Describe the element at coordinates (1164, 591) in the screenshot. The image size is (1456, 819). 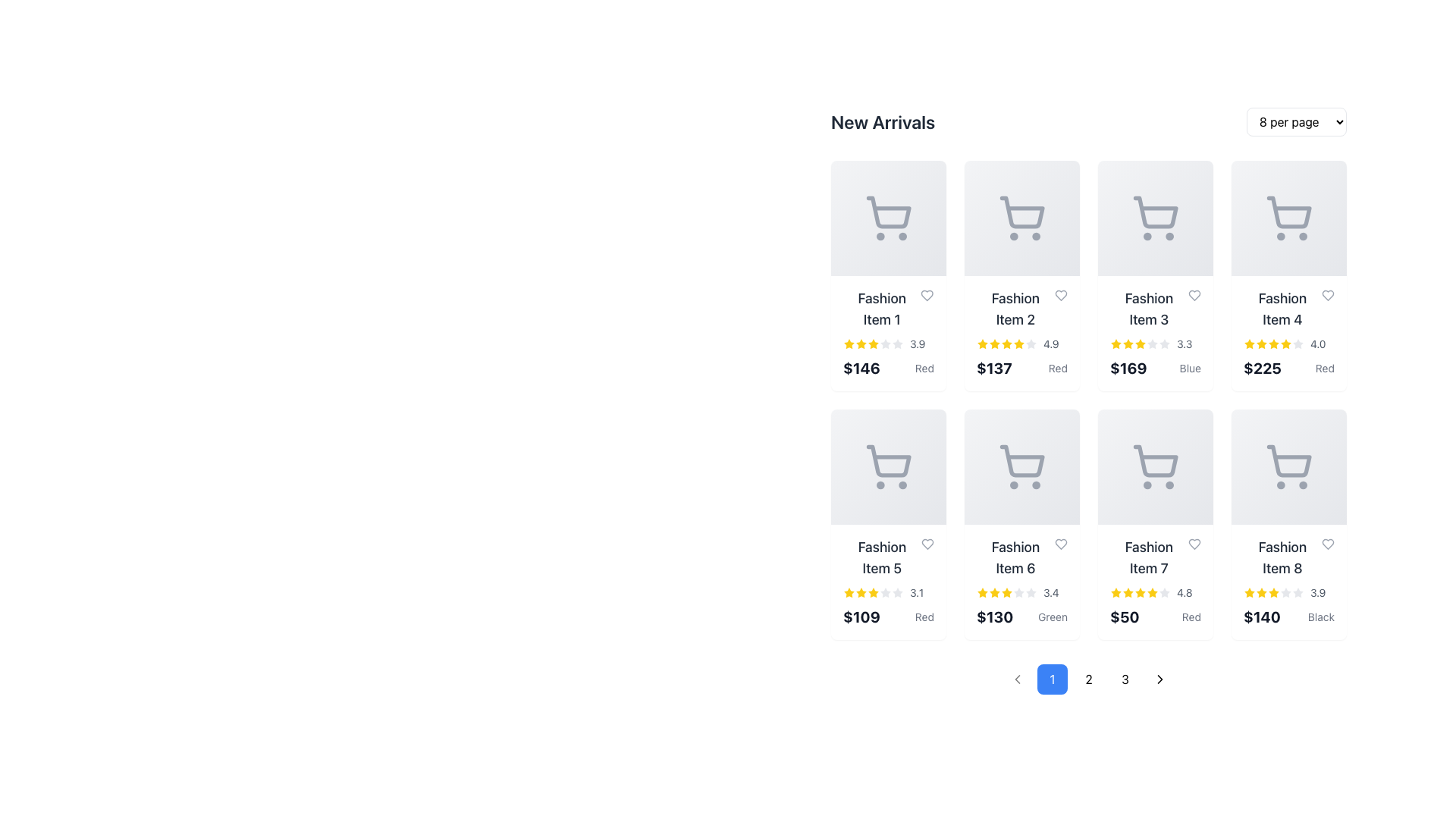
I see `the star icon in the rating system for the fifth product card associated with 'Fashion Item 7' to rate it` at that location.